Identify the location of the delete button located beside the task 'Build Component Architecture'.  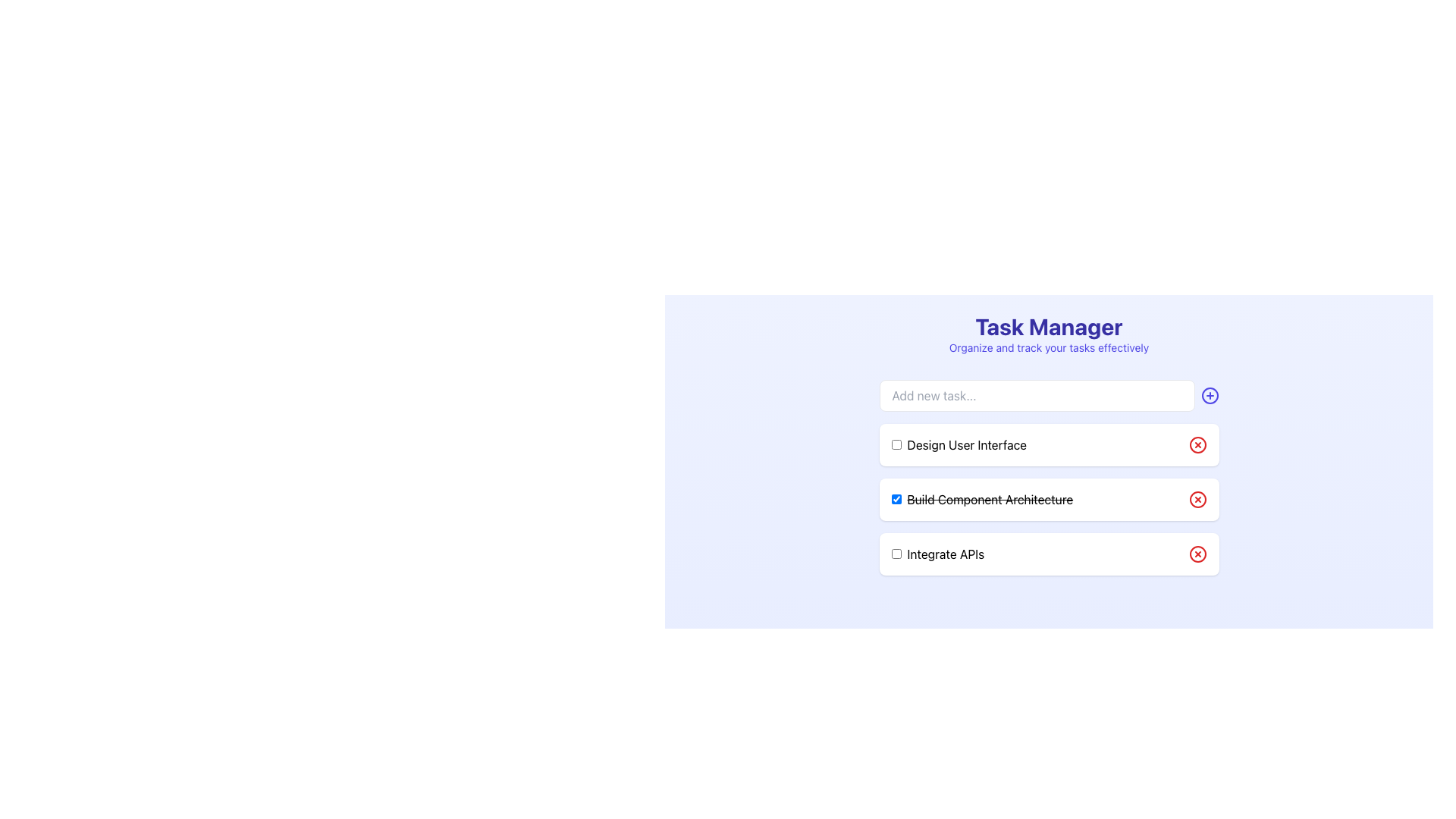
(1197, 500).